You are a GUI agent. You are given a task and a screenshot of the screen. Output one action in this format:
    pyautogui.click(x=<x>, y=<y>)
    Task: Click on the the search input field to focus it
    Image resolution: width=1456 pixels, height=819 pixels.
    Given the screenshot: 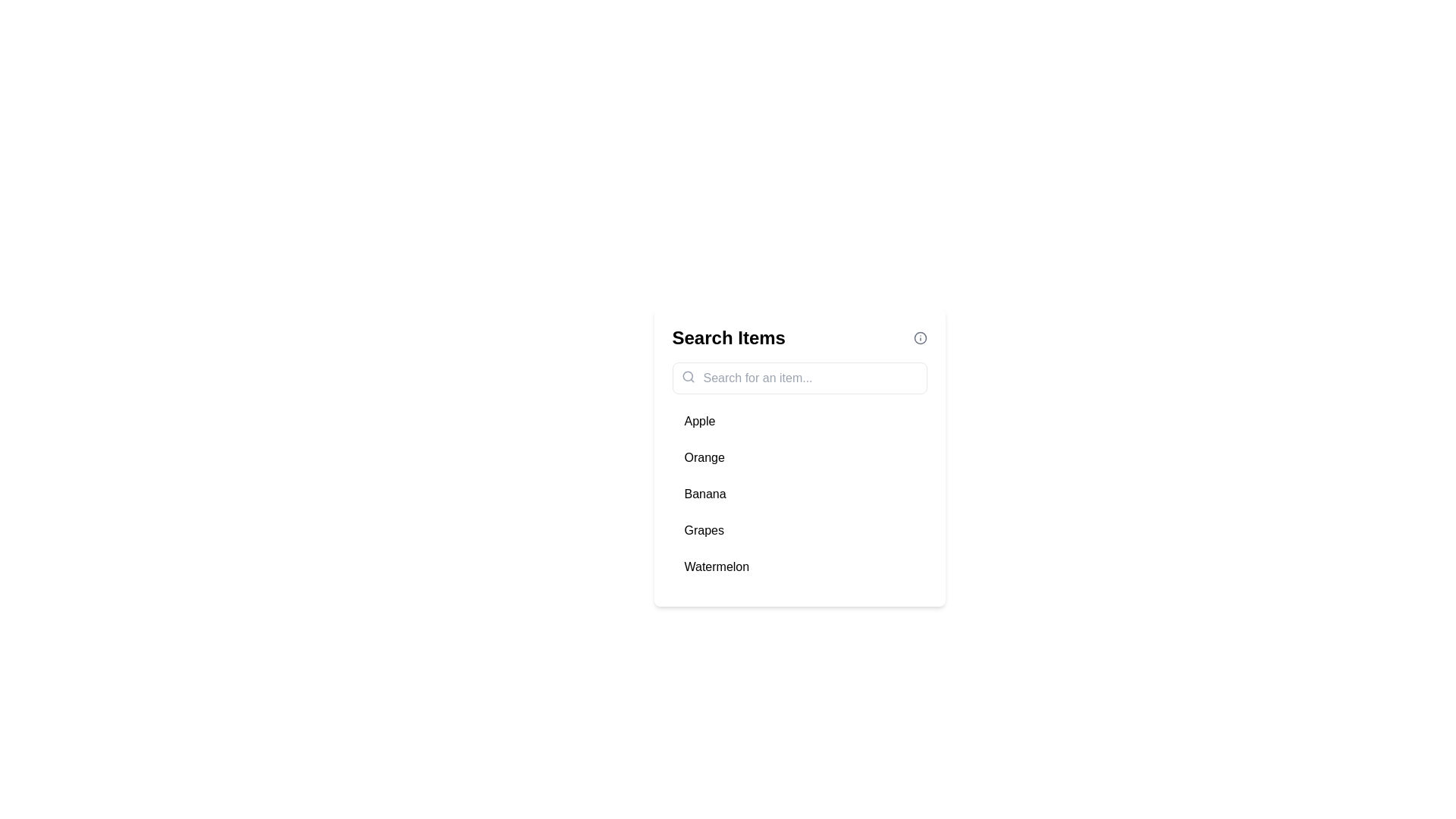 What is the action you would take?
    pyautogui.click(x=799, y=377)
    